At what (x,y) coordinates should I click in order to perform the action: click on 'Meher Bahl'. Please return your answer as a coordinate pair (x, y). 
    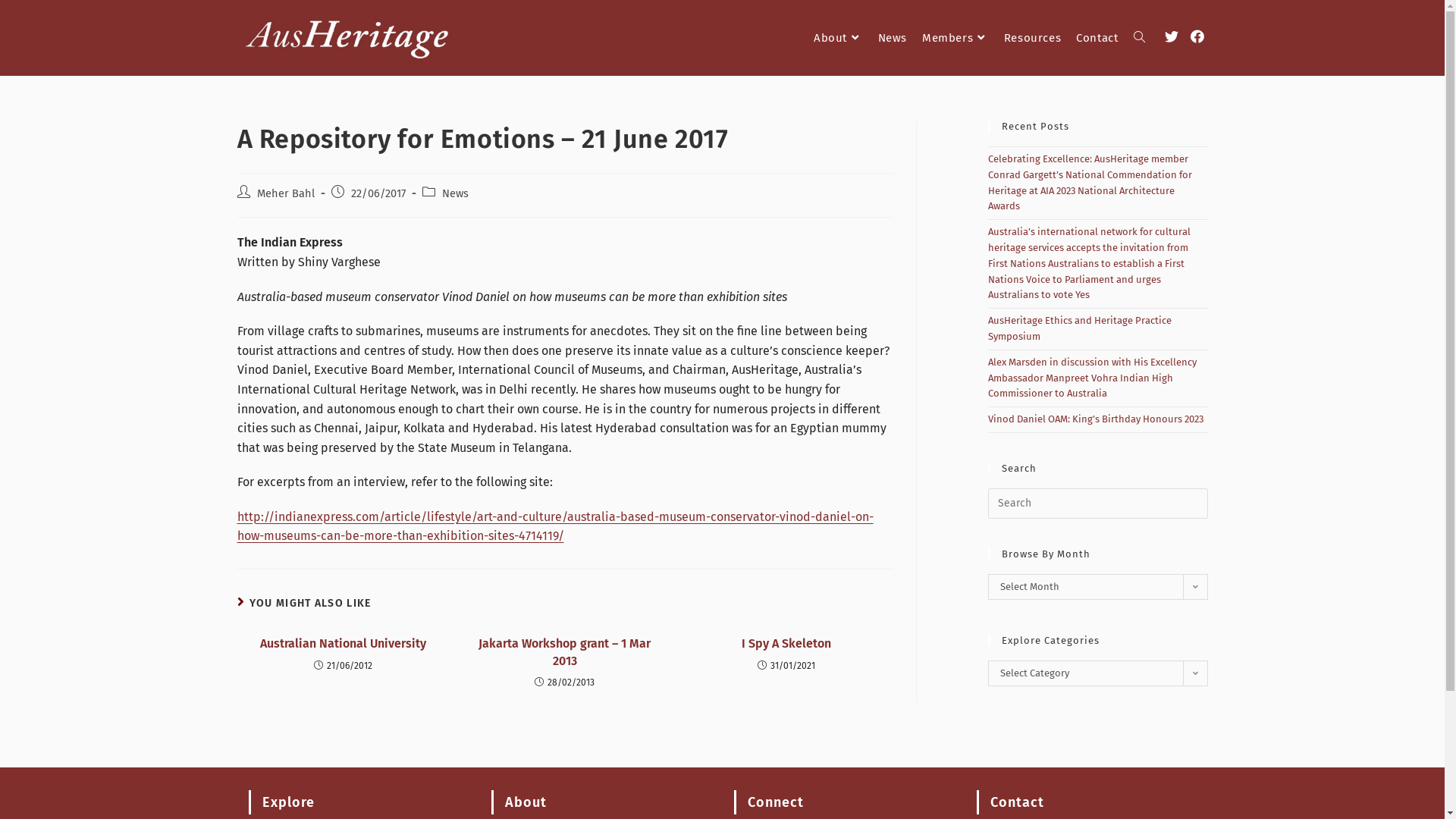
    Looking at the image, I should click on (284, 192).